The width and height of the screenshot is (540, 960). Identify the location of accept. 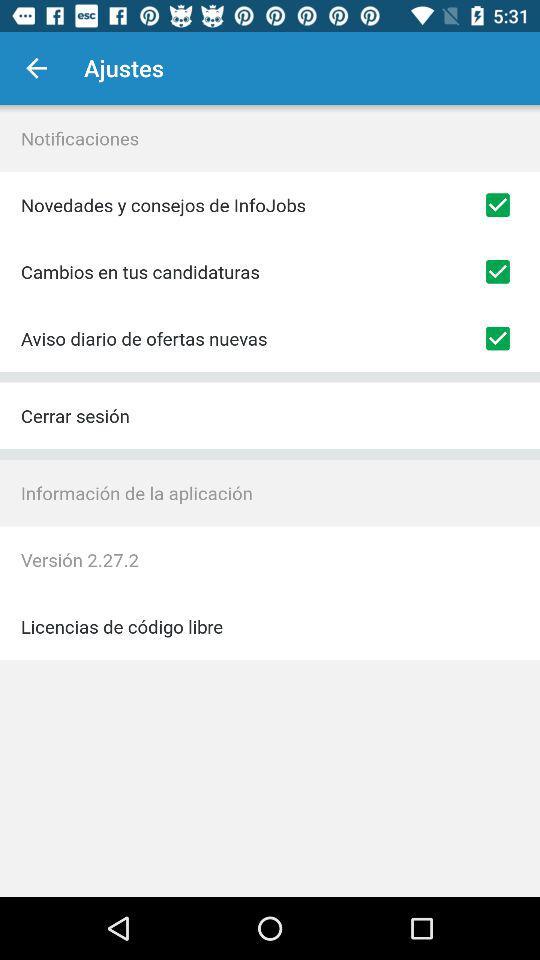
(496, 338).